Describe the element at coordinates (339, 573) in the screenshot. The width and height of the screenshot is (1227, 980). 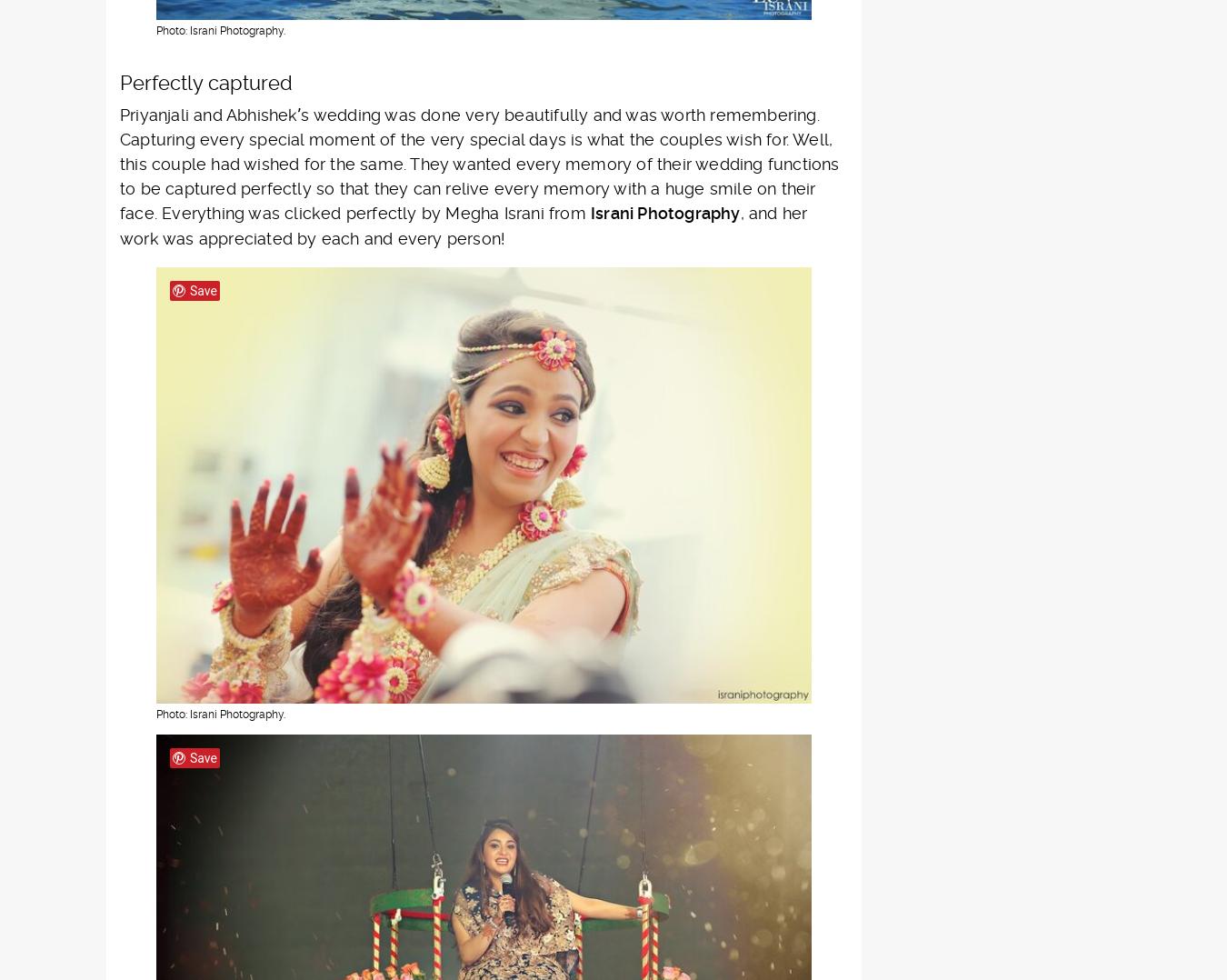
I see `'Visit our Facebook'` at that location.